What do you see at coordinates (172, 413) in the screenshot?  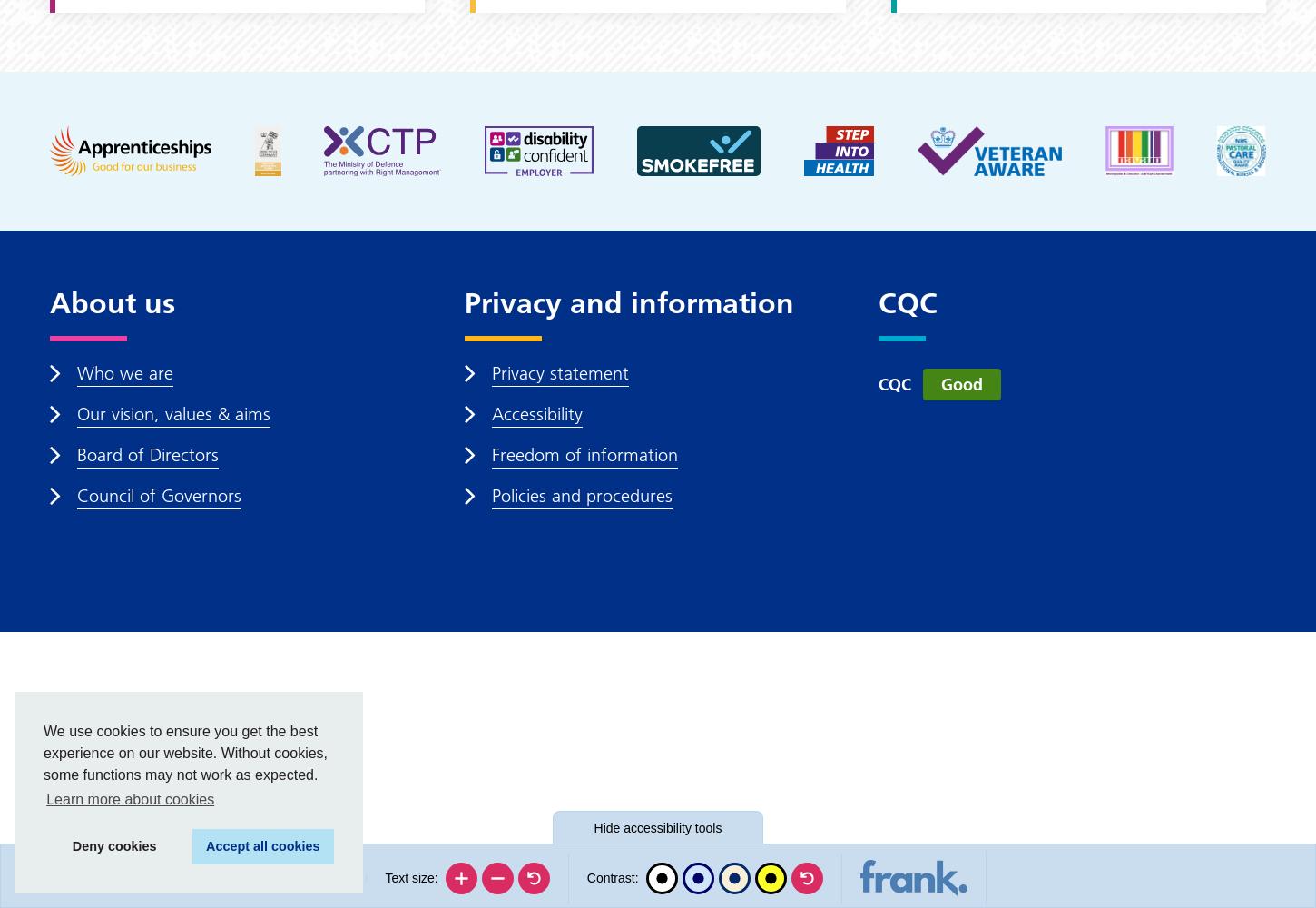 I see `'Our vision, values & aims'` at bounding box center [172, 413].